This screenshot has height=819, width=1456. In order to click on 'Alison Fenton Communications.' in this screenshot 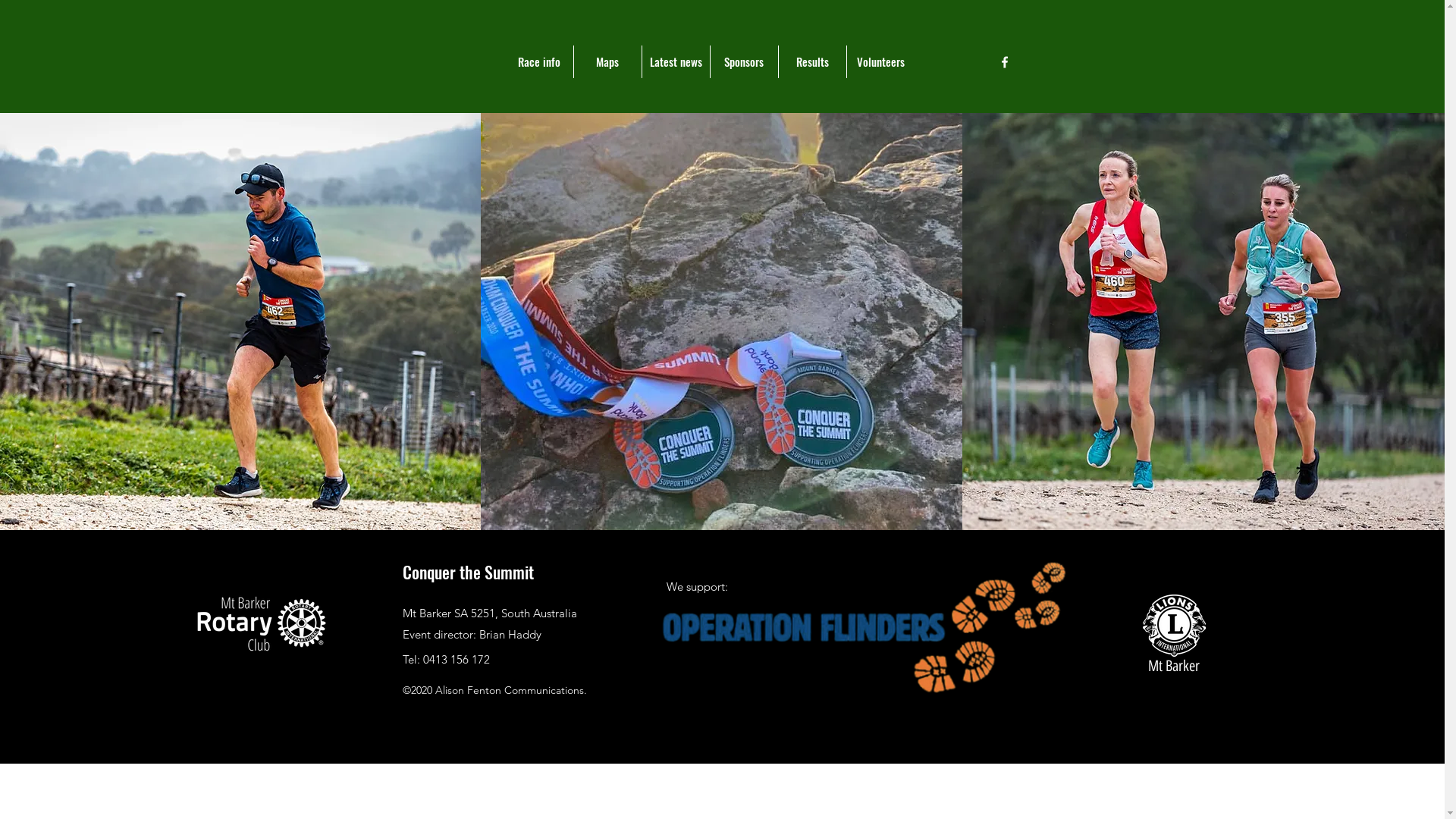, I will do `click(435, 690)`.